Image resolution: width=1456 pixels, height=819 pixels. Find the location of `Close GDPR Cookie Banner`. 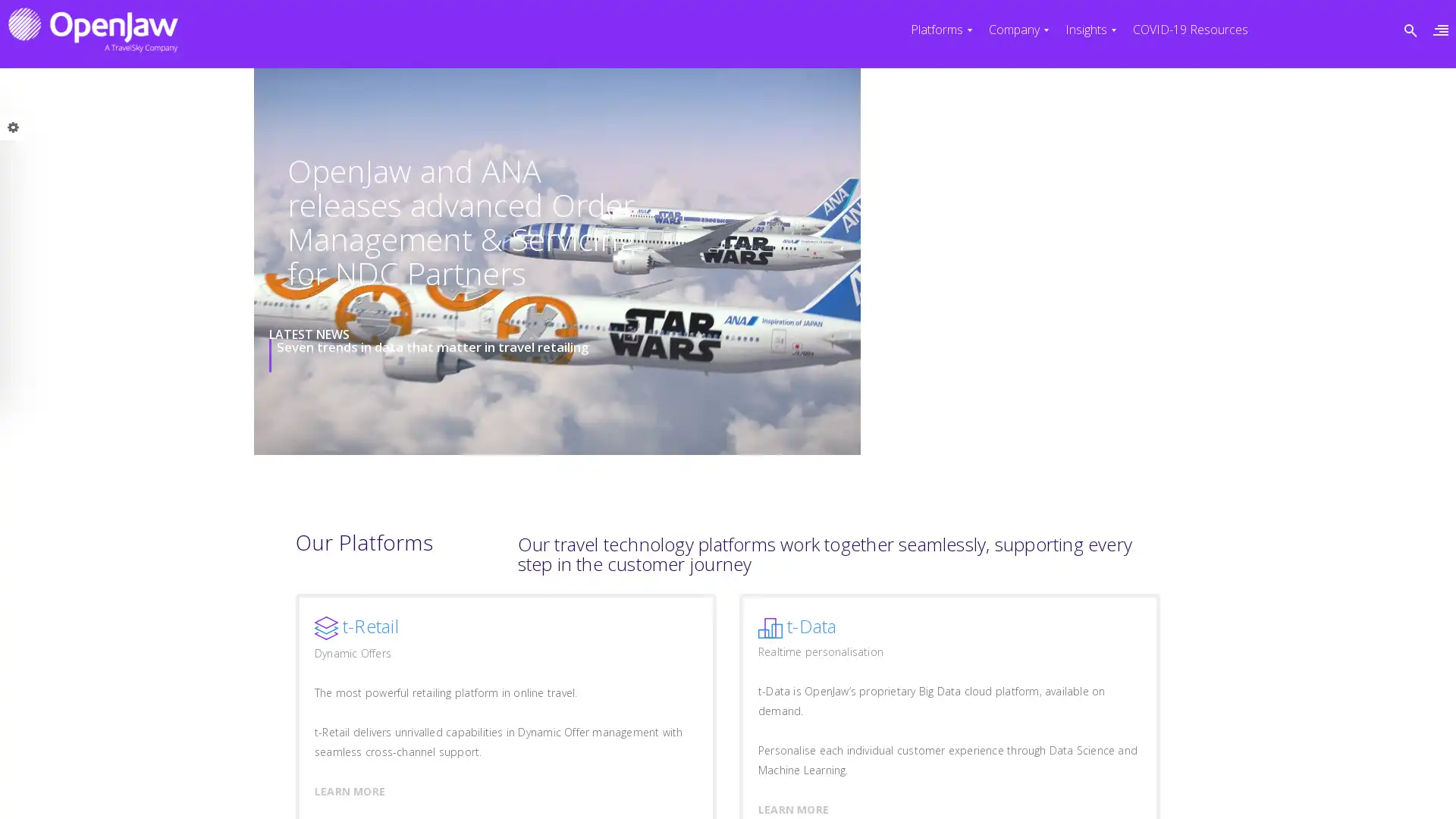

Close GDPR Cookie Banner is located at coordinates (1095, 789).